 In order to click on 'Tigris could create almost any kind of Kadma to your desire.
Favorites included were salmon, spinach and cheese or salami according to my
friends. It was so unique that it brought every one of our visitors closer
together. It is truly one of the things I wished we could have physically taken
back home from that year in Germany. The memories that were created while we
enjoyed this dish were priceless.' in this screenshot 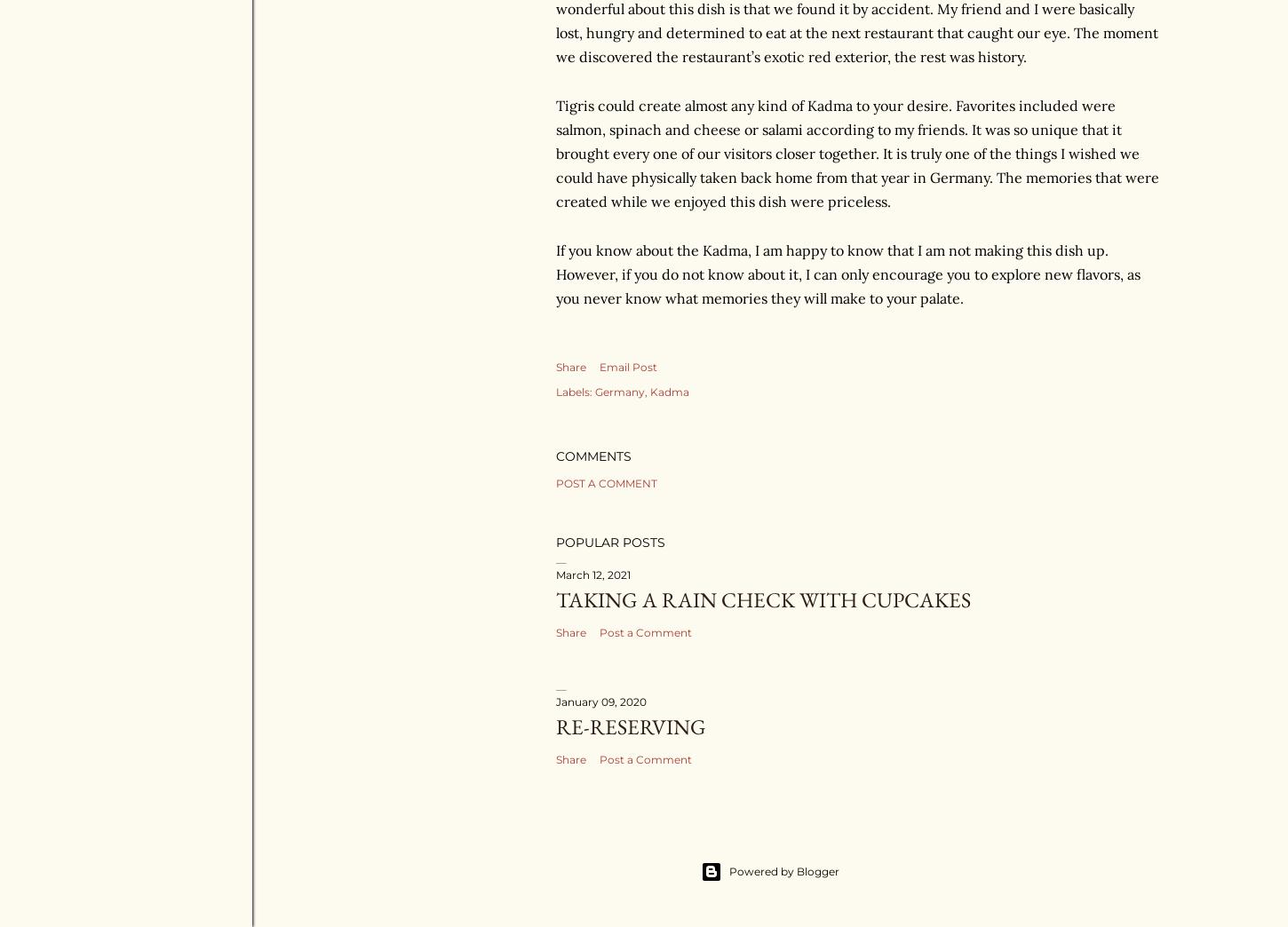, I will do `click(856, 152)`.